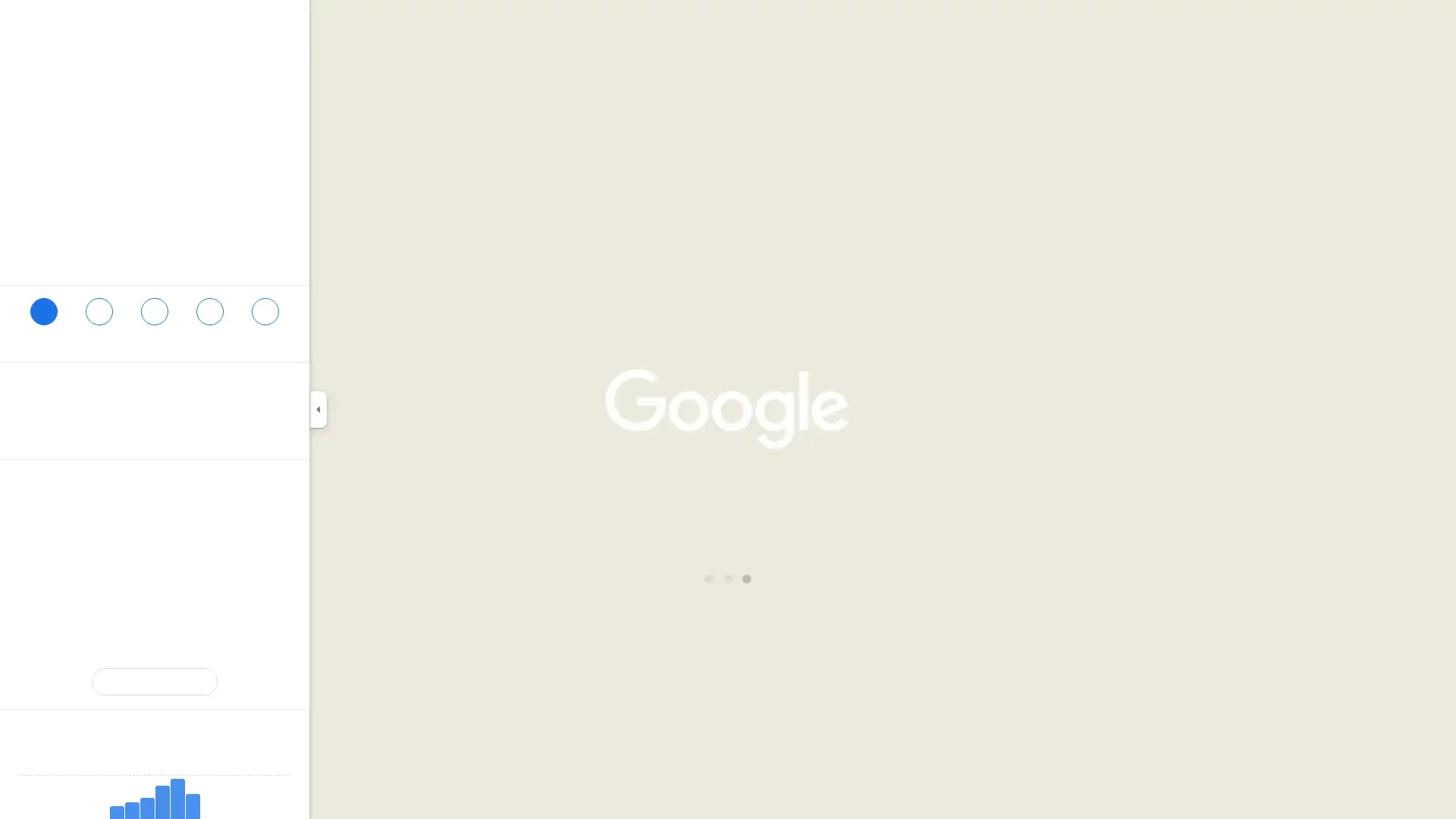  What do you see at coordinates (284, 472) in the screenshot?
I see `Copy address` at bounding box center [284, 472].